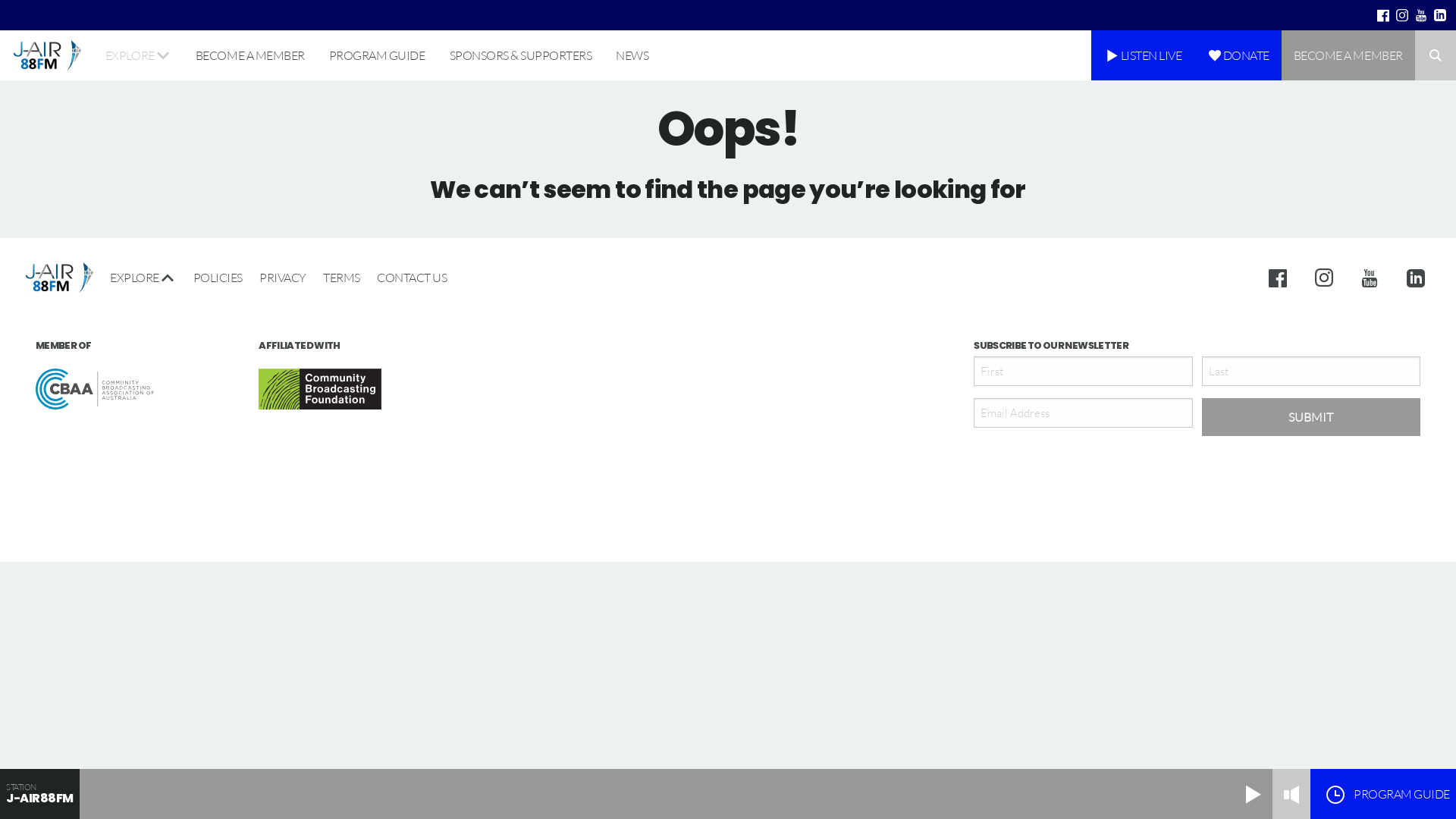  What do you see at coordinates (1348, 55) in the screenshot?
I see `'BECOME A MEMBER'` at bounding box center [1348, 55].